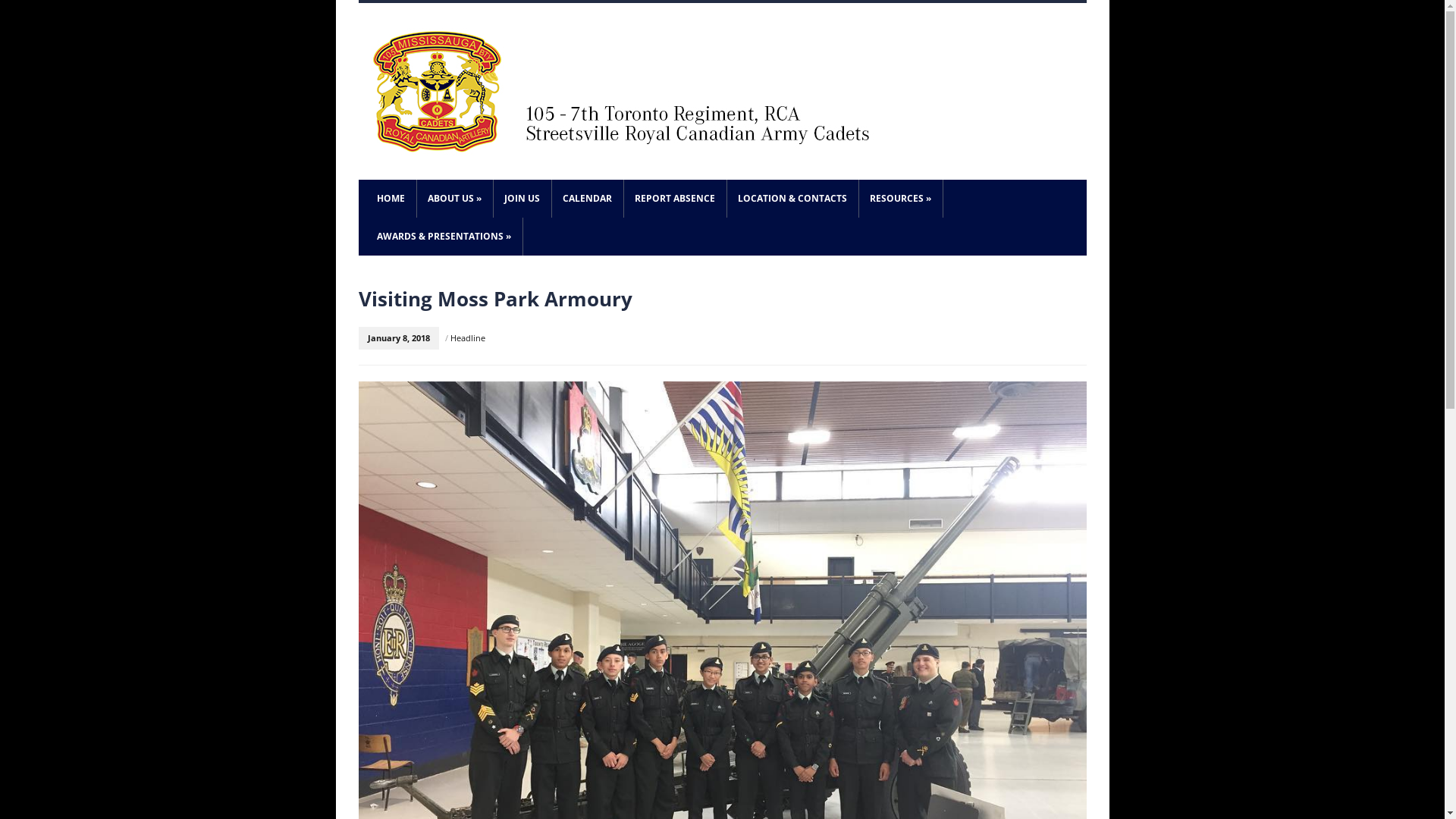  What do you see at coordinates (521, 198) in the screenshot?
I see `'JOIN US'` at bounding box center [521, 198].